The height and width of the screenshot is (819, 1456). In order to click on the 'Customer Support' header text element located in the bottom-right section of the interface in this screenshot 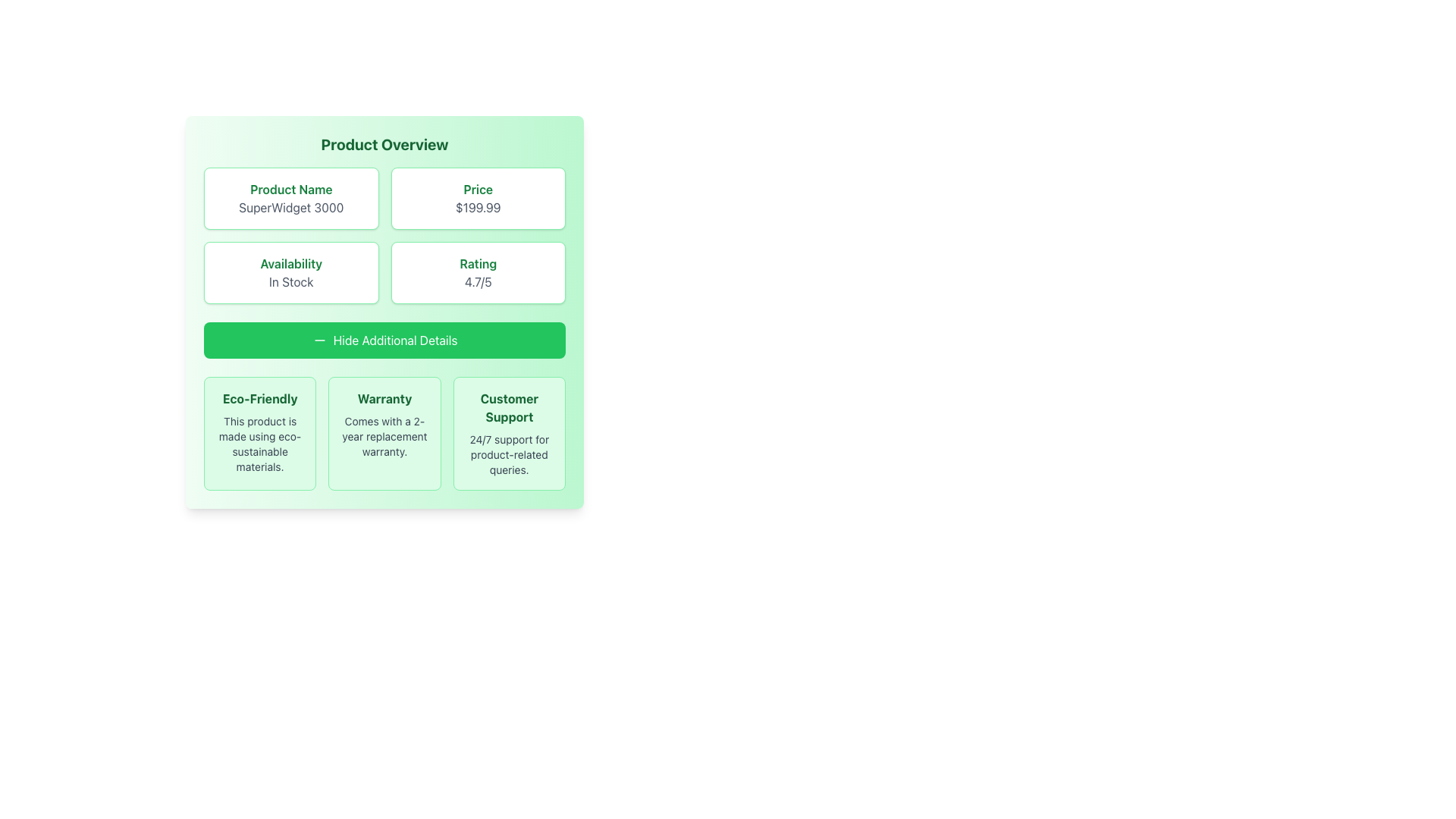, I will do `click(509, 406)`.